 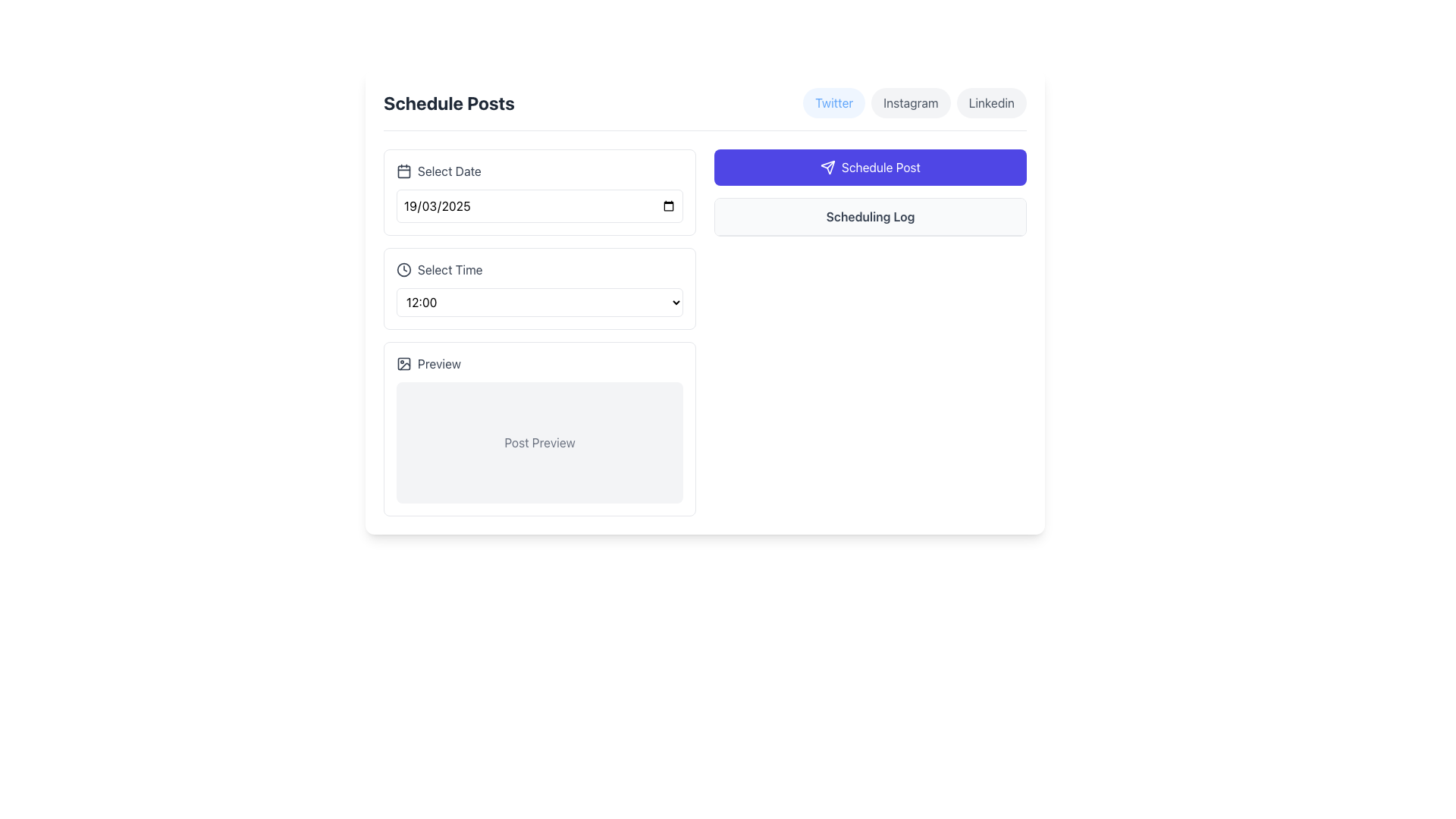 What do you see at coordinates (539, 289) in the screenshot?
I see `the Dropdown menu located in the 'Schedule Posts' section` at bounding box center [539, 289].